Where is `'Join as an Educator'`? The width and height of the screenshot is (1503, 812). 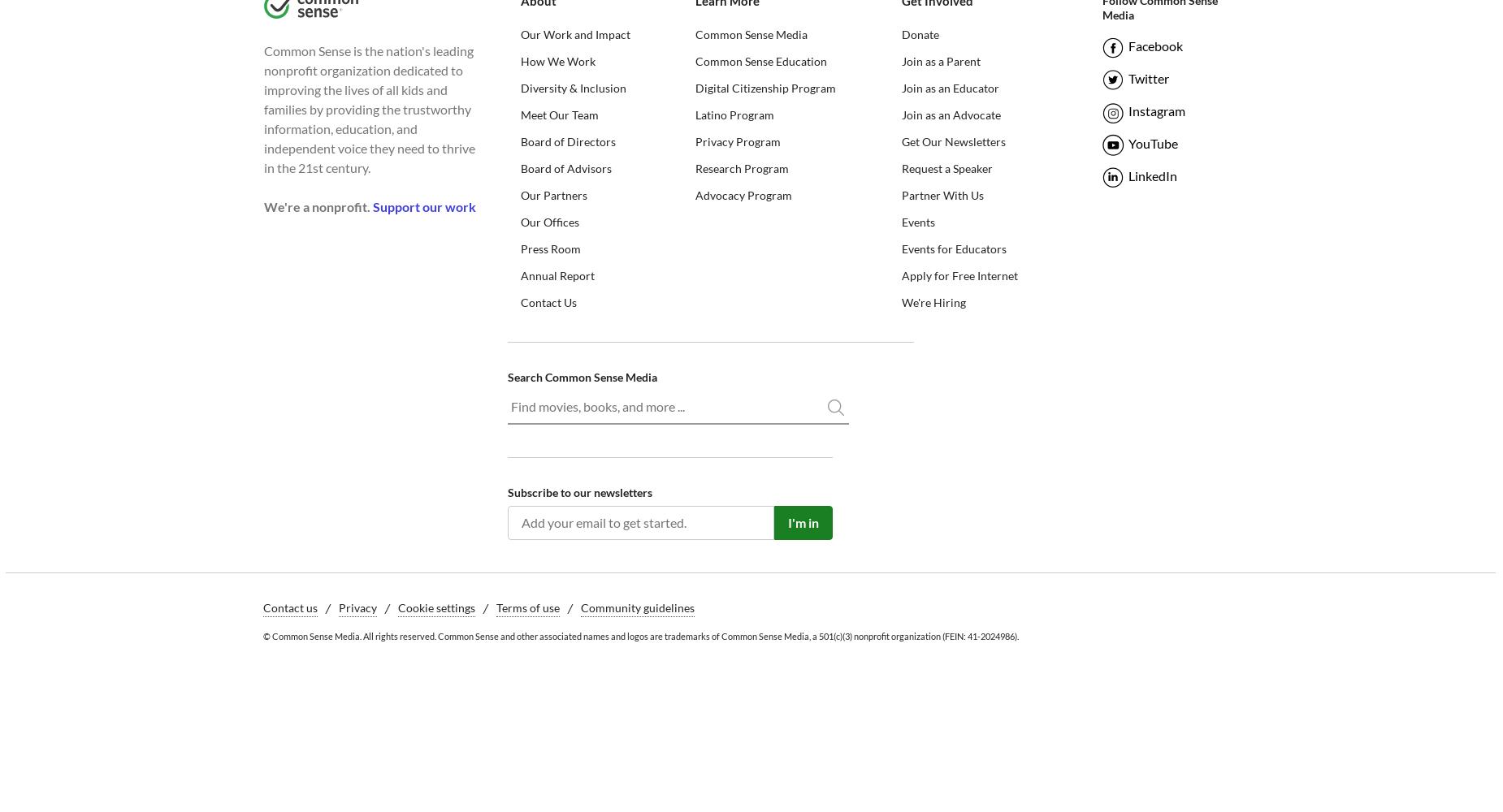
'Join as an Educator' is located at coordinates (900, 87).